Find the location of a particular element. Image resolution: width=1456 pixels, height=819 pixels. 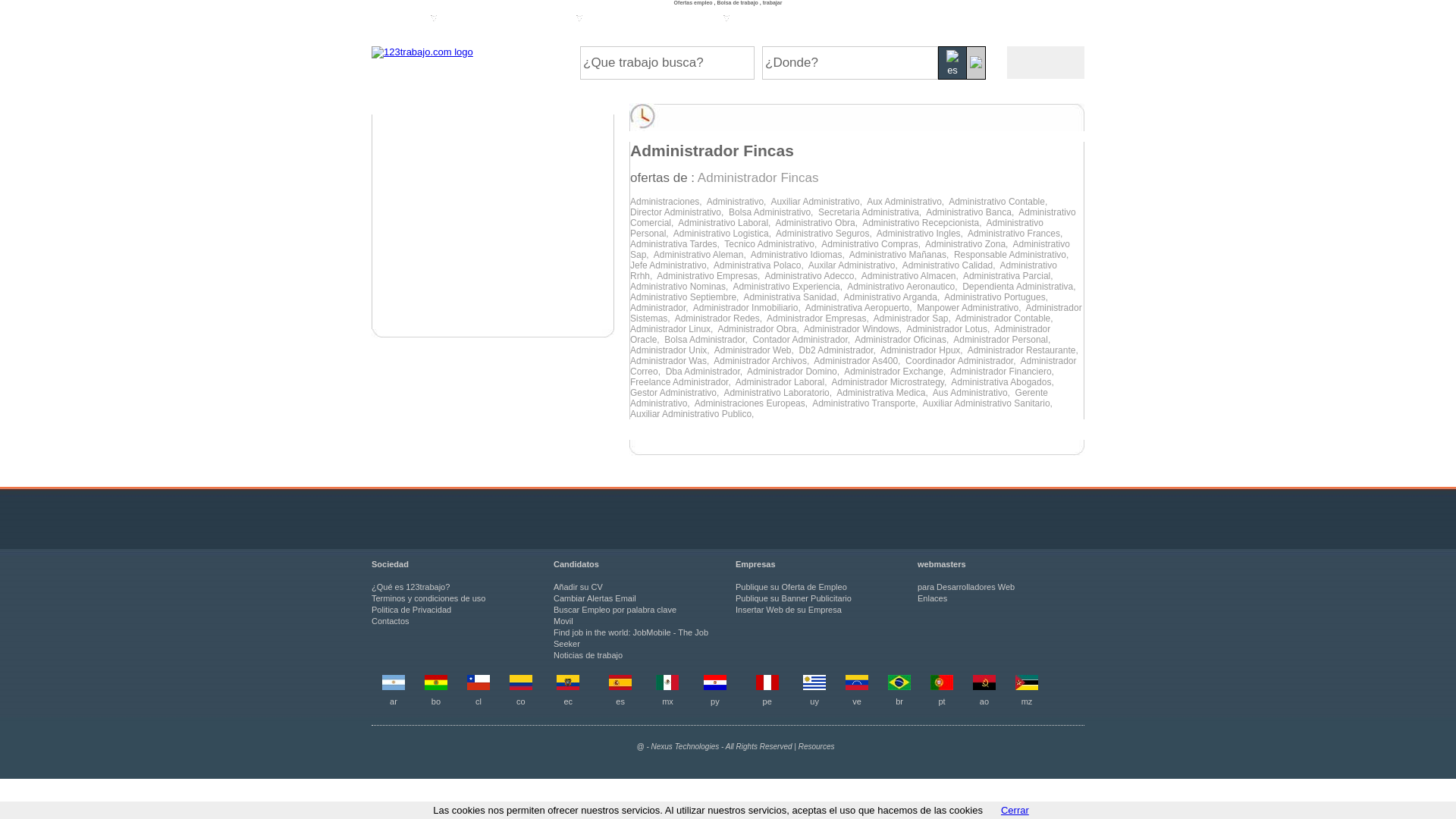

'ofertas trabajo chile' is located at coordinates (477, 687).